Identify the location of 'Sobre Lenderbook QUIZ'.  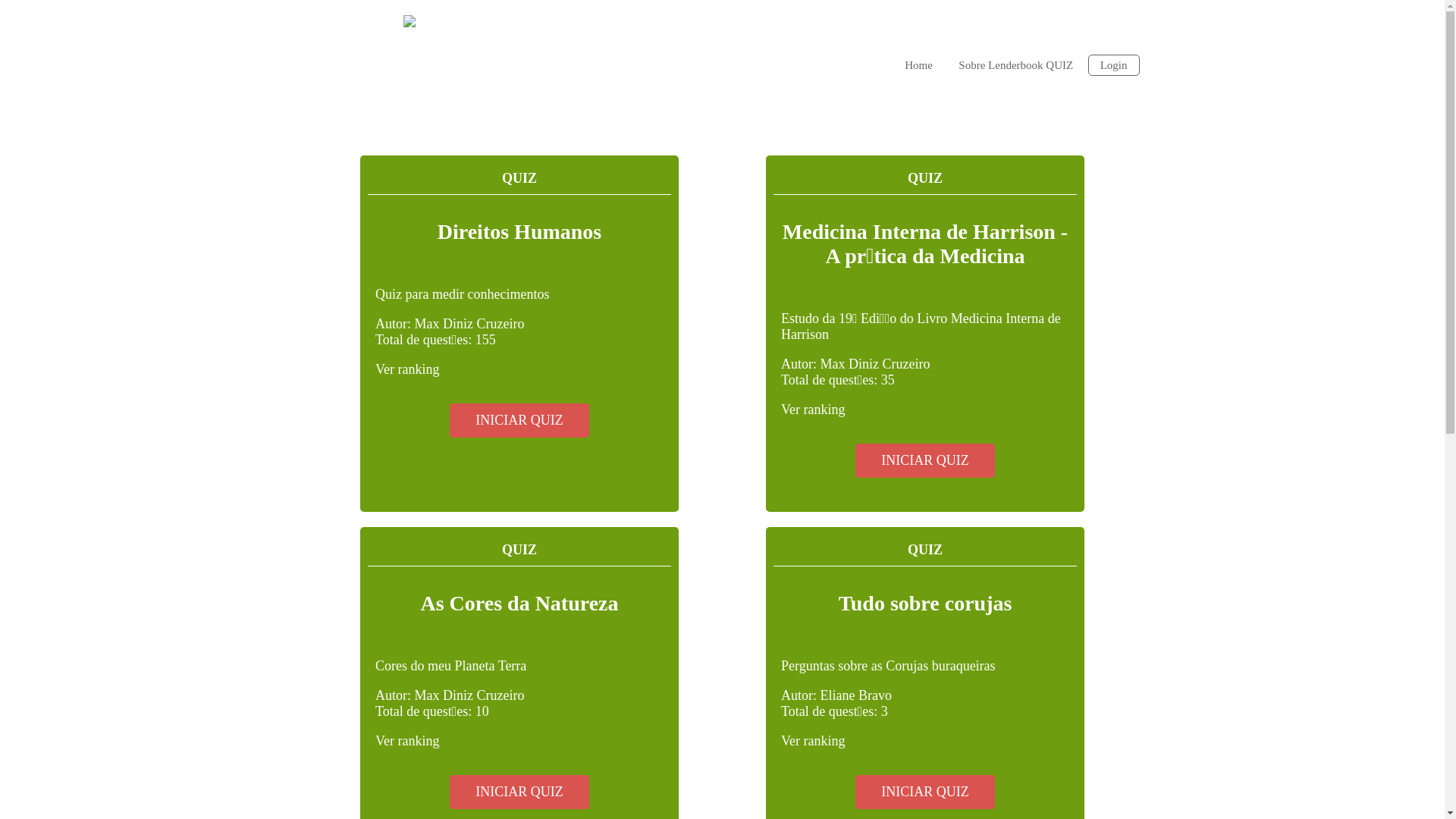
(946, 63).